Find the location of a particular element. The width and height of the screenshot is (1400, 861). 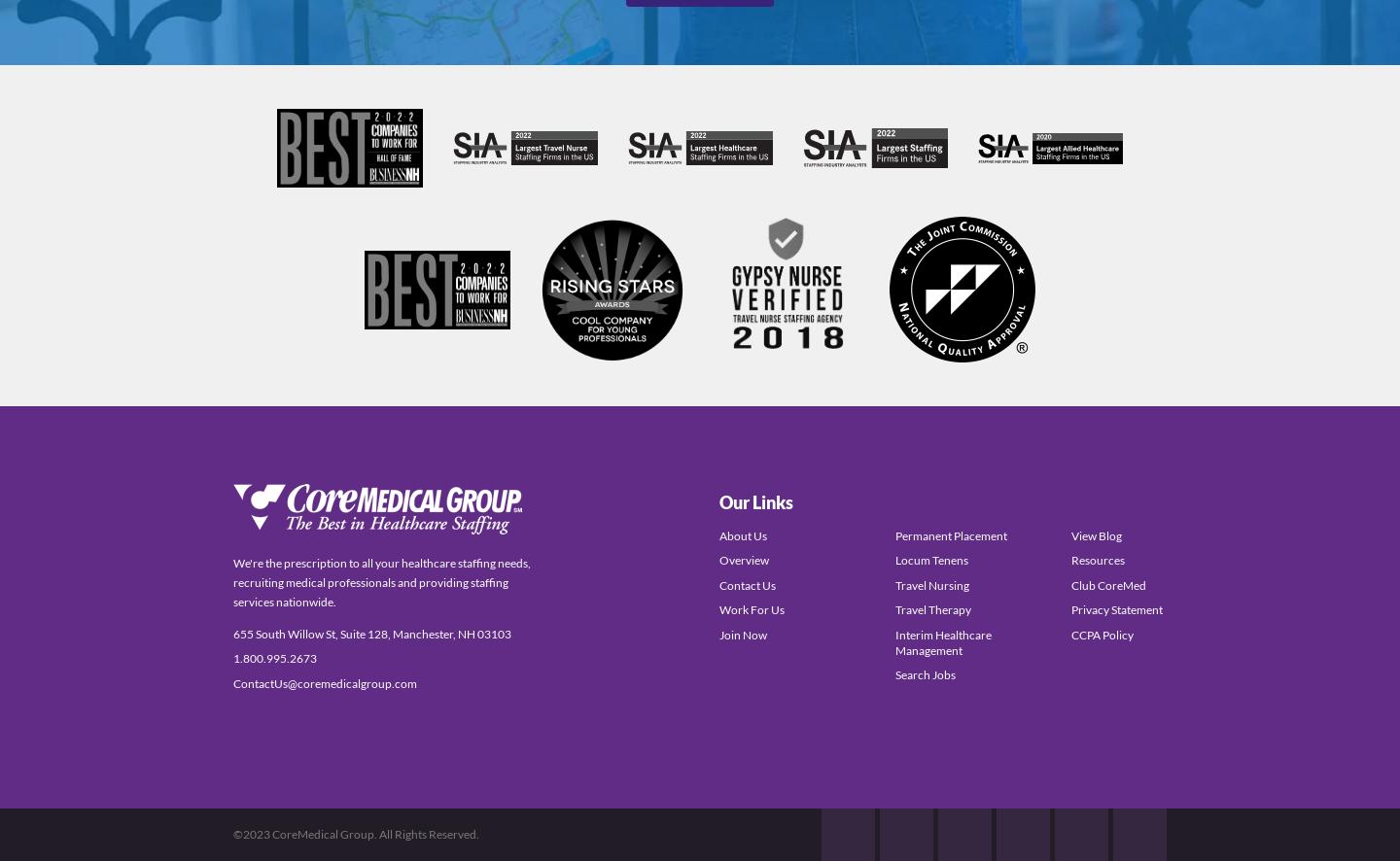

'Resources' is located at coordinates (1097, 560).